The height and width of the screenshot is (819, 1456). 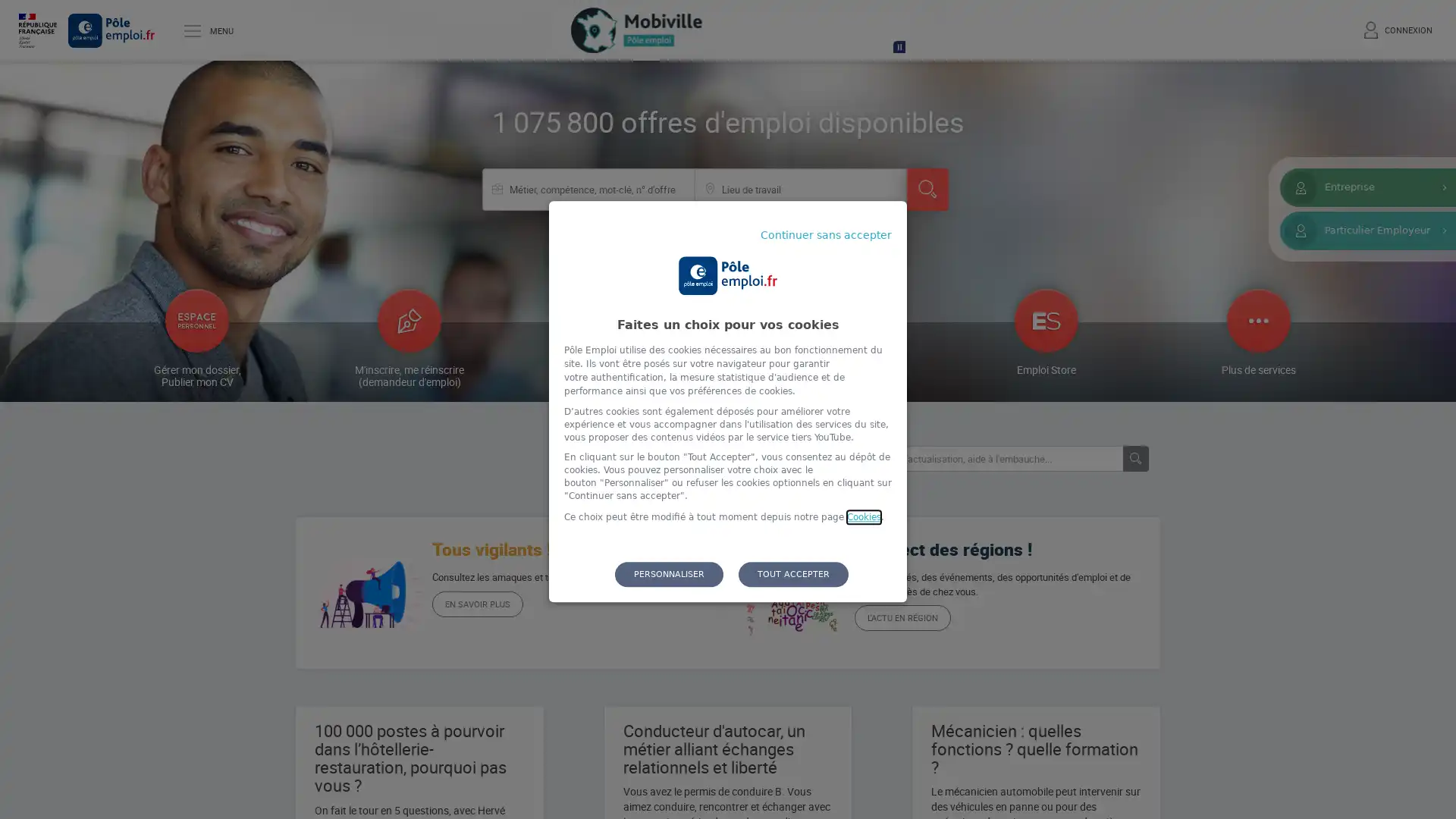 I want to click on METTRE LE CARROUSEL EN PAUSE, so click(x=899, y=45).